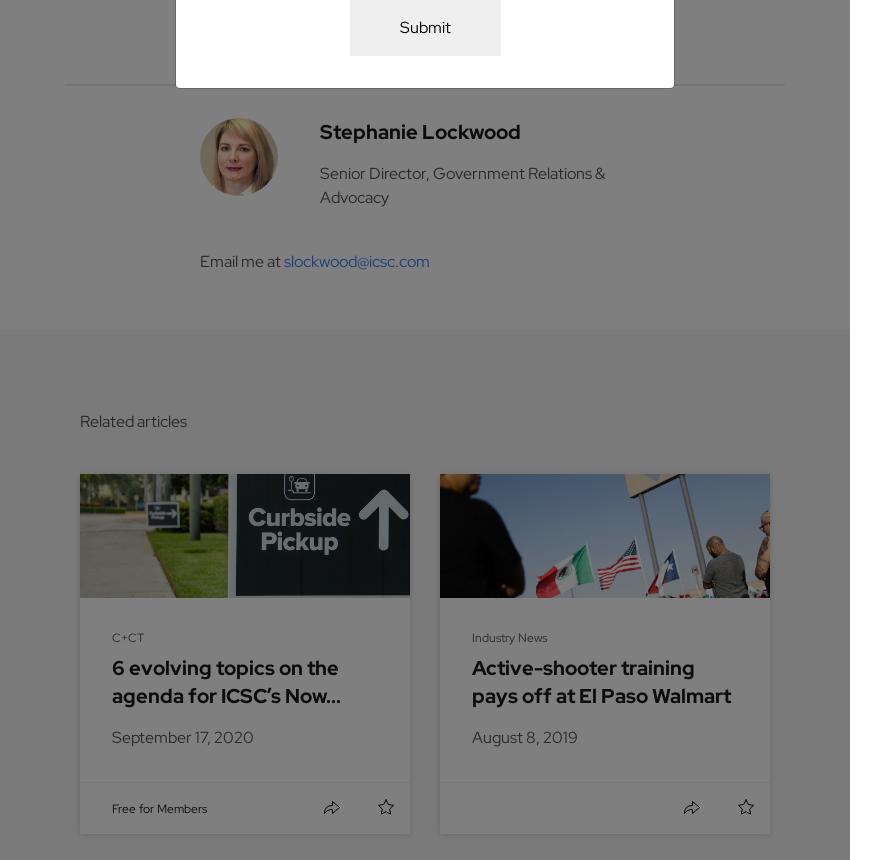 The height and width of the screenshot is (860, 894). What do you see at coordinates (601, 681) in the screenshot?
I see `'Active-shooter training pays off at El Paso Walmart'` at bounding box center [601, 681].